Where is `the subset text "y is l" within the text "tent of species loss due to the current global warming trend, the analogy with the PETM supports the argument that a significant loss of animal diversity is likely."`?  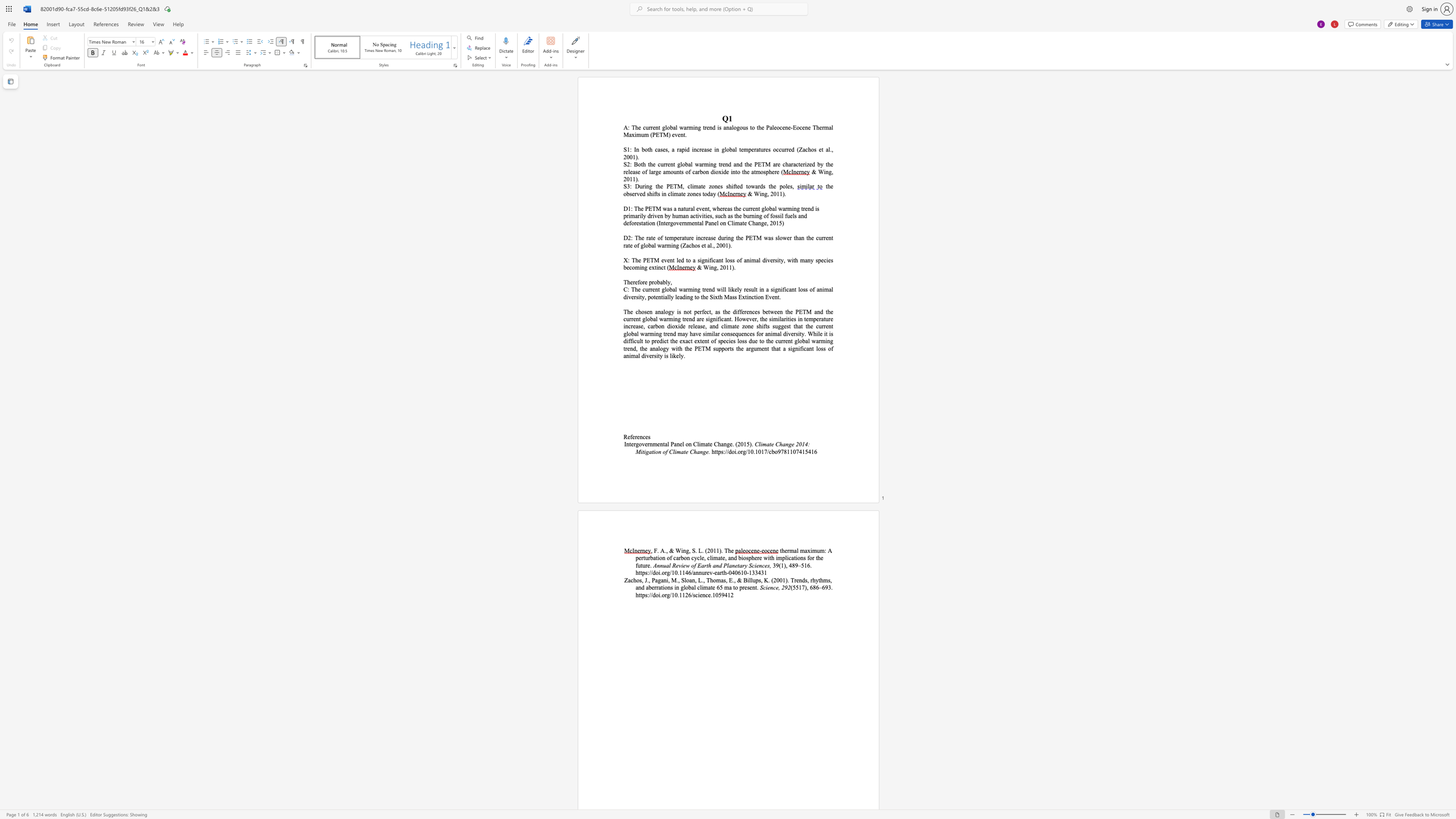
the subset text "y is l" within the text "tent of species loss due to the current global warming trend, the analogy with the PETM supports the argument that a significant loss of animal diversity is likely." is located at coordinates (658, 356).